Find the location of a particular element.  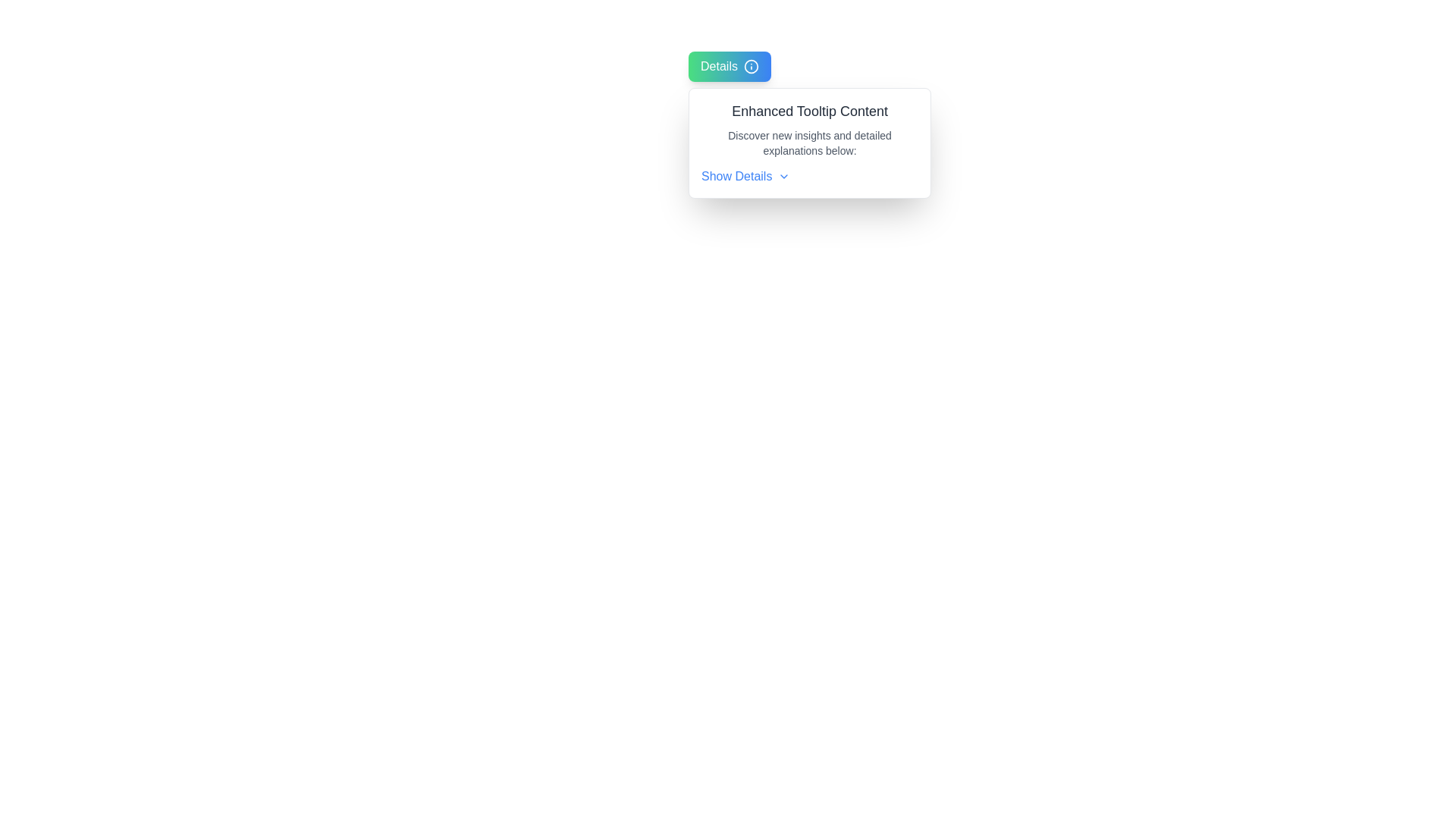

the text label containing the phrase 'Discover new insights and detailed explanations below:' is located at coordinates (809, 143).